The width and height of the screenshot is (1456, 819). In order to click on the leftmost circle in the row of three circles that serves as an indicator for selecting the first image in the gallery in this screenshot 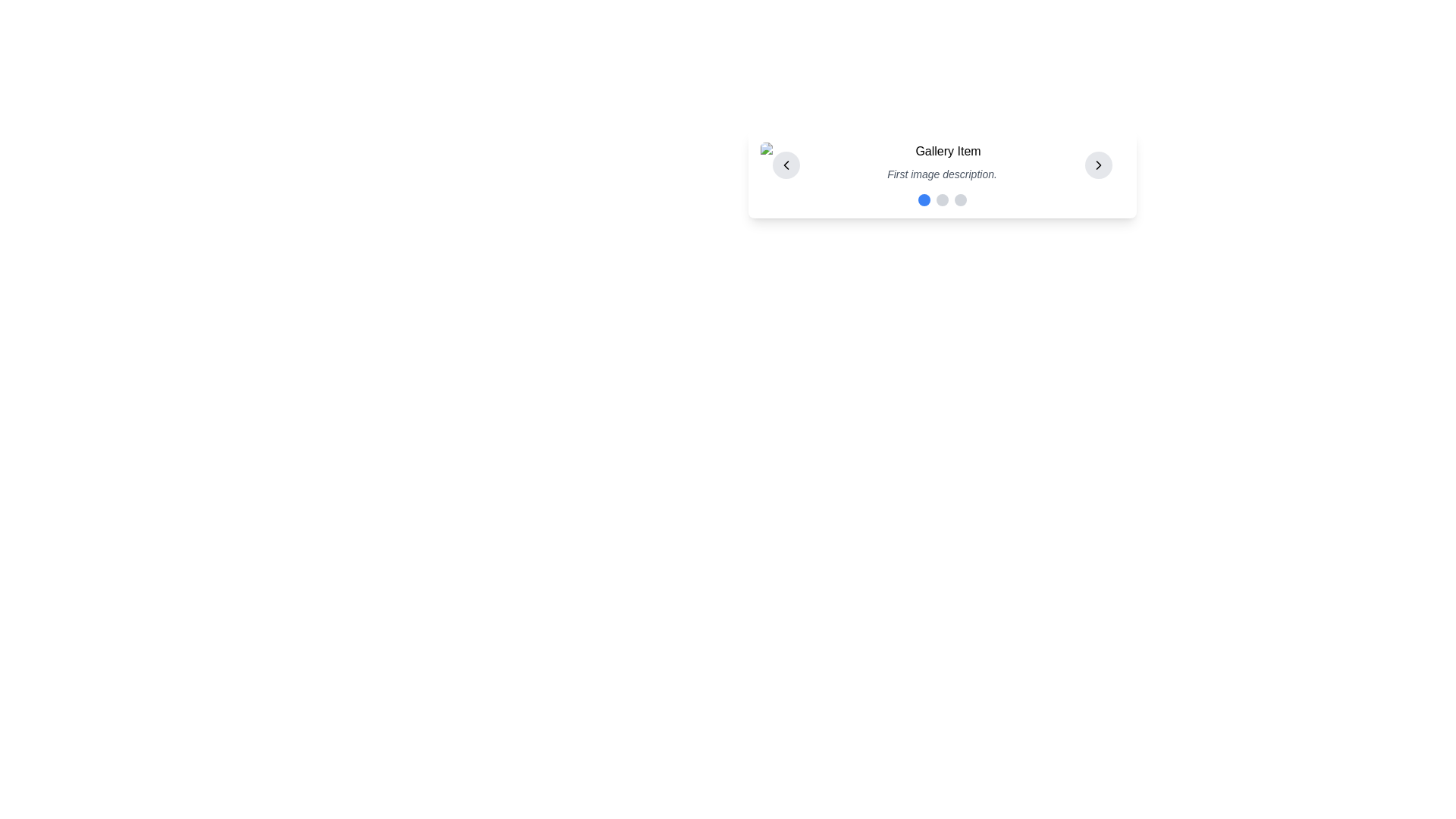, I will do `click(923, 199)`.